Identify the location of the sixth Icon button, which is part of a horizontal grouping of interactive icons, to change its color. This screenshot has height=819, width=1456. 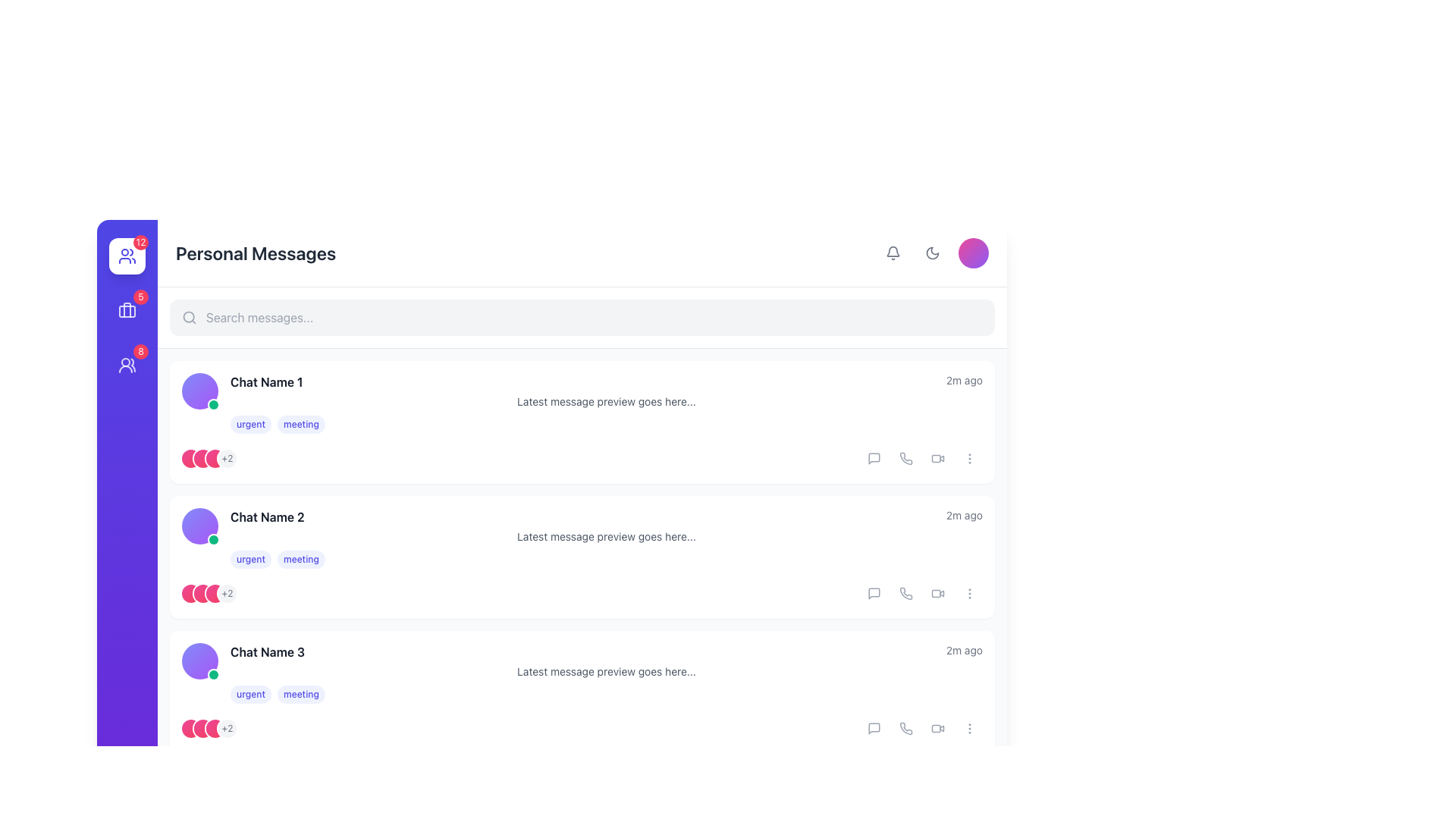
(937, 727).